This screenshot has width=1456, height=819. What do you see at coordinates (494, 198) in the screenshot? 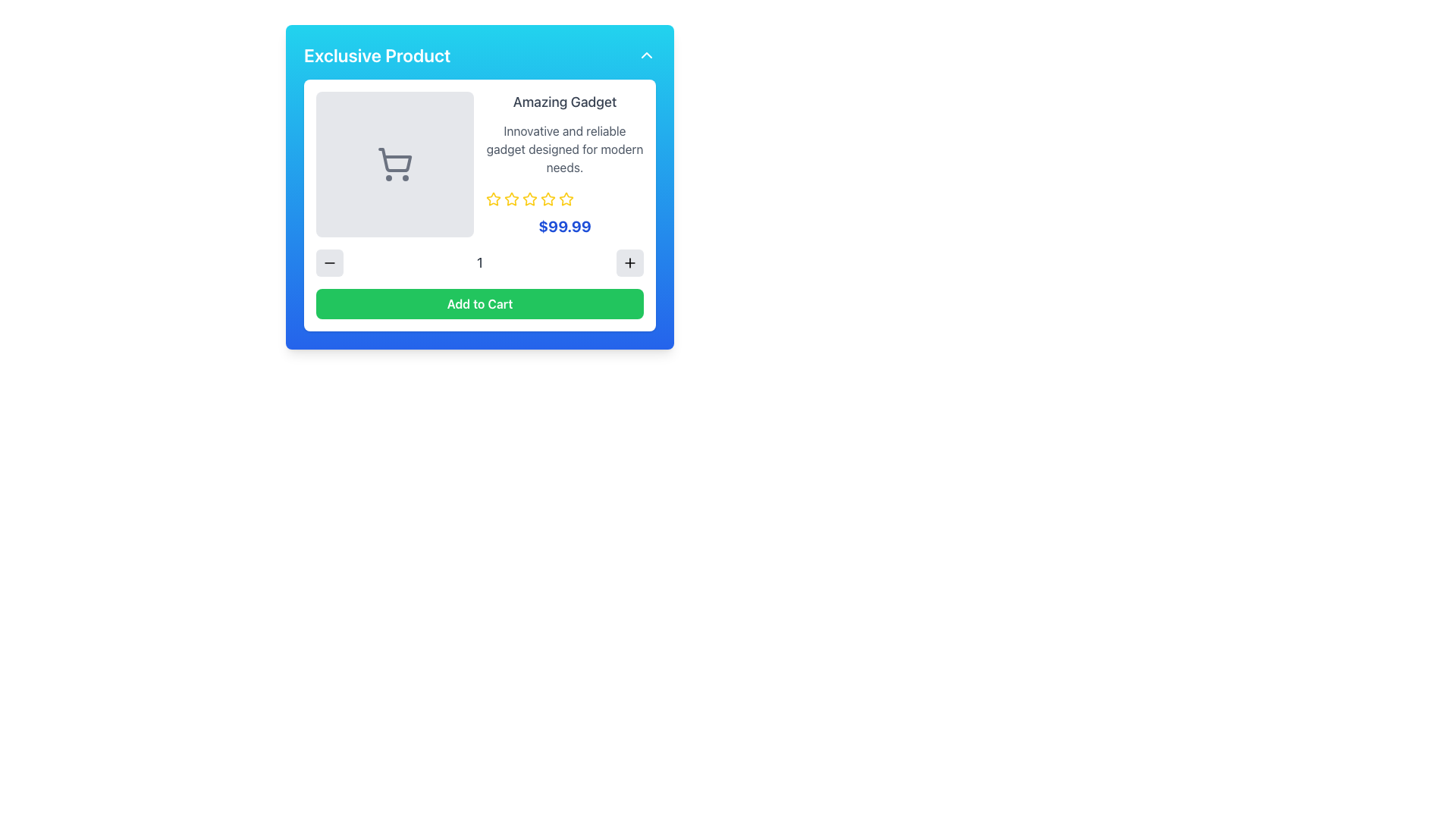
I see `the first star-shaped icon in the rating system of the 'Exclusive Product' card, which is a vibrant yellow, filled star located at the center of the product description` at bounding box center [494, 198].